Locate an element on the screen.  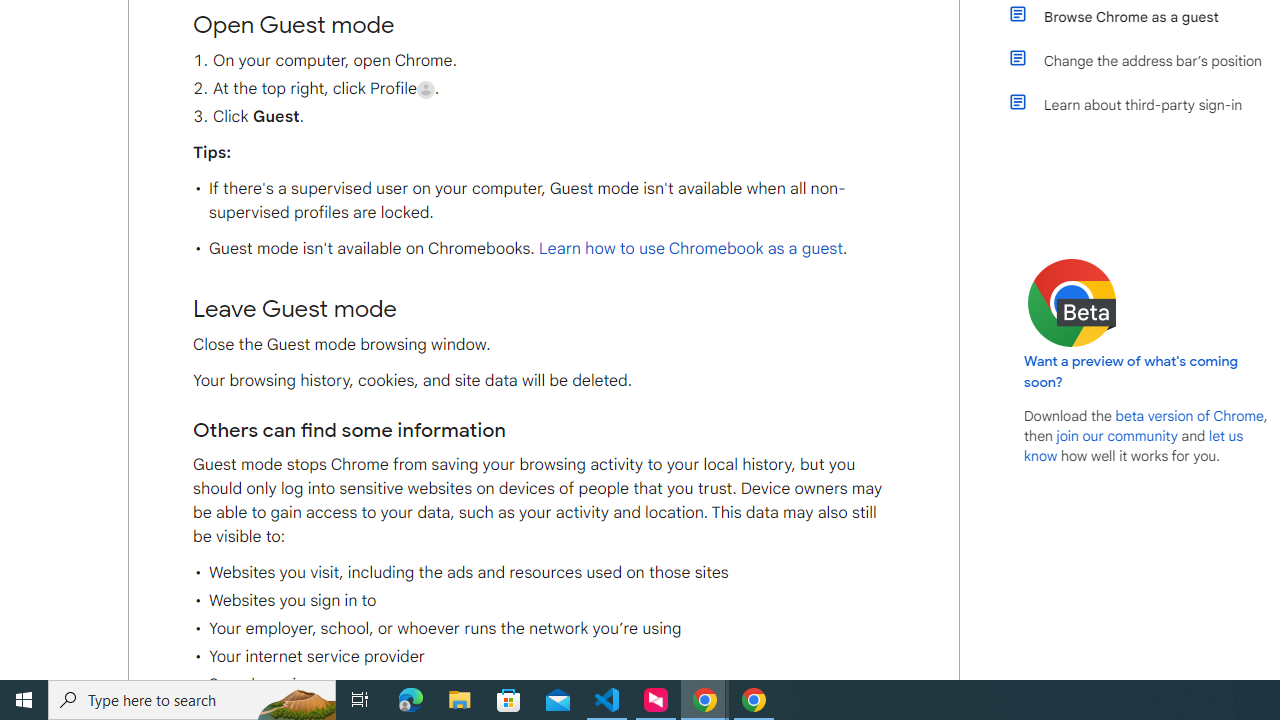
'Want a preview of what' is located at coordinates (1131, 371).